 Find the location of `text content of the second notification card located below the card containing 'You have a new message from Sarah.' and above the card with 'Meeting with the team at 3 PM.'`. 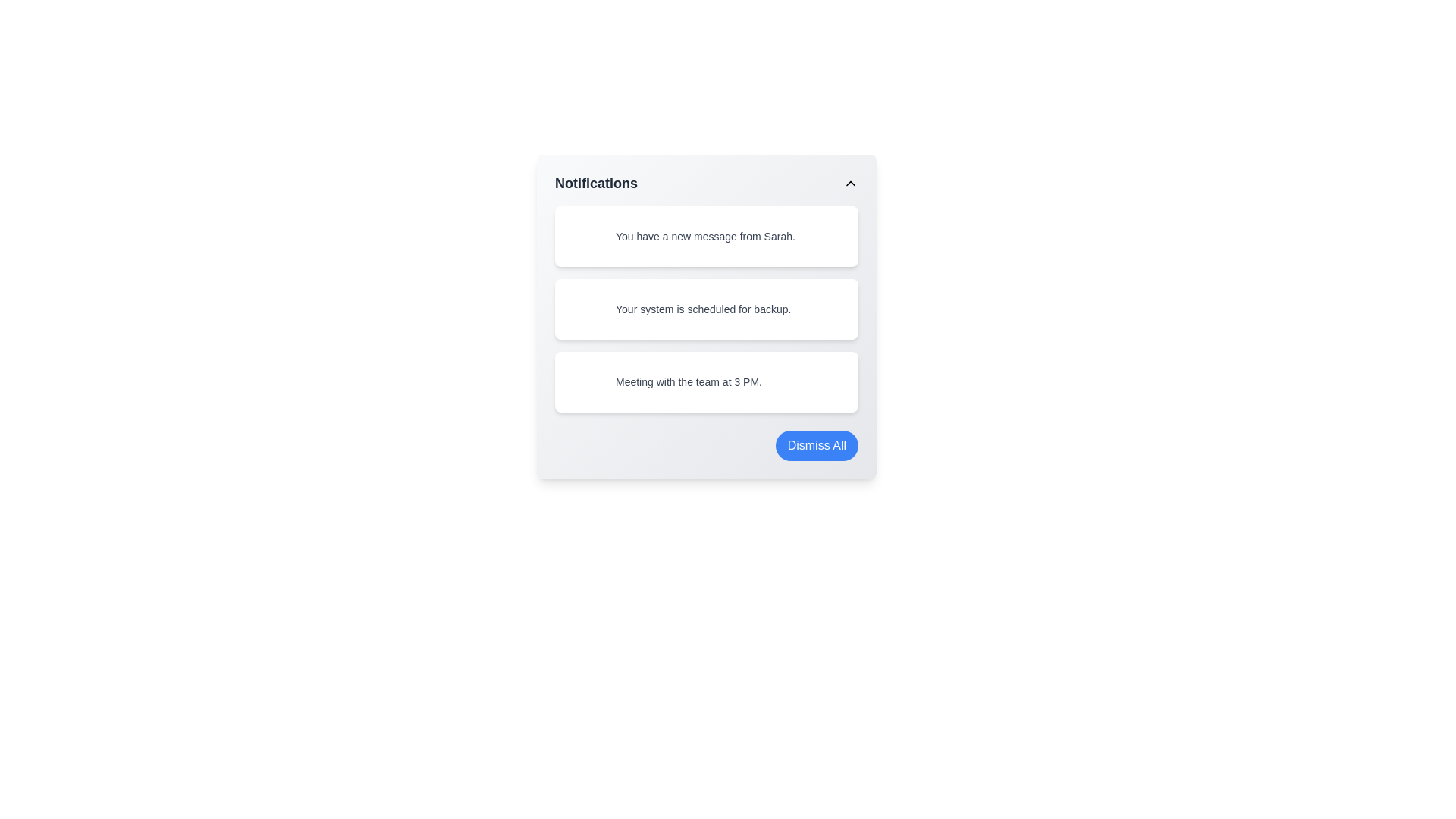

text content of the second notification card located below the card containing 'You have a new message from Sarah.' and above the card with 'Meeting with the team at 3 PM.' is located at coordinates (705, 309).